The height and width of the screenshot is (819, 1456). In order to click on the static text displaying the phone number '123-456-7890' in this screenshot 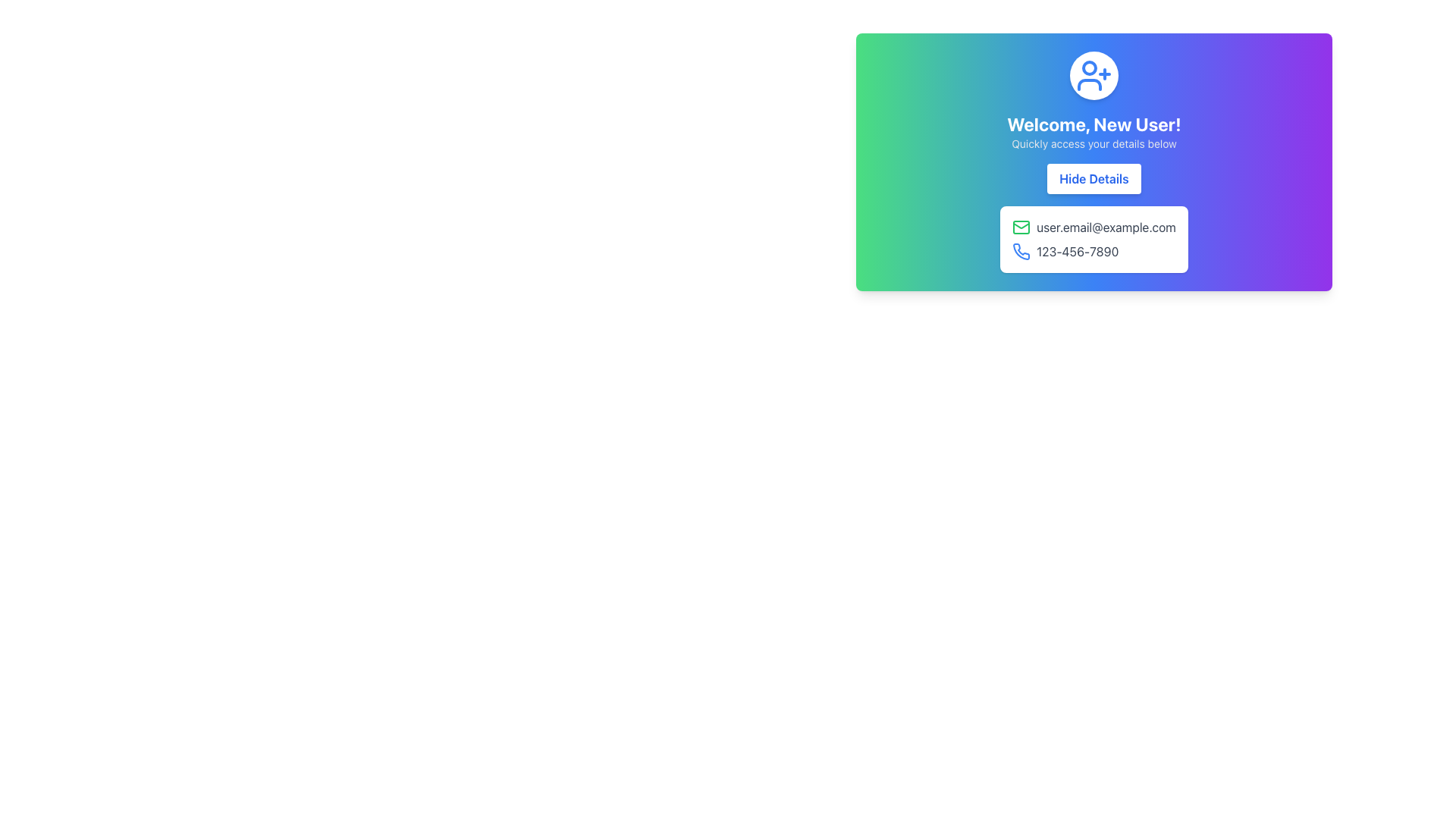, I will do `click(1094, 250)`.